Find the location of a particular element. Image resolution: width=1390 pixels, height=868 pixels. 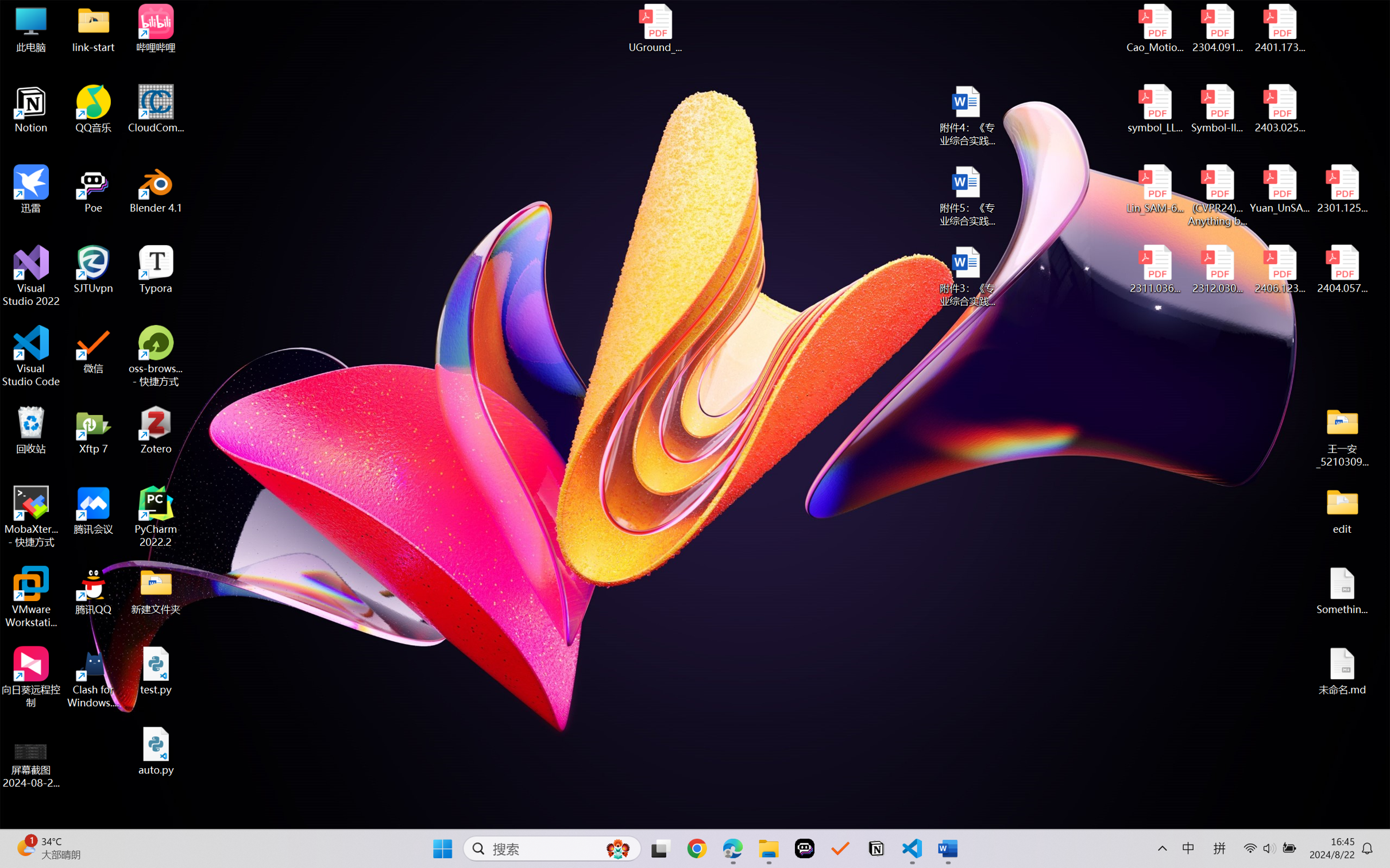

'Google Chrome' is located at coordinates (697, 848).